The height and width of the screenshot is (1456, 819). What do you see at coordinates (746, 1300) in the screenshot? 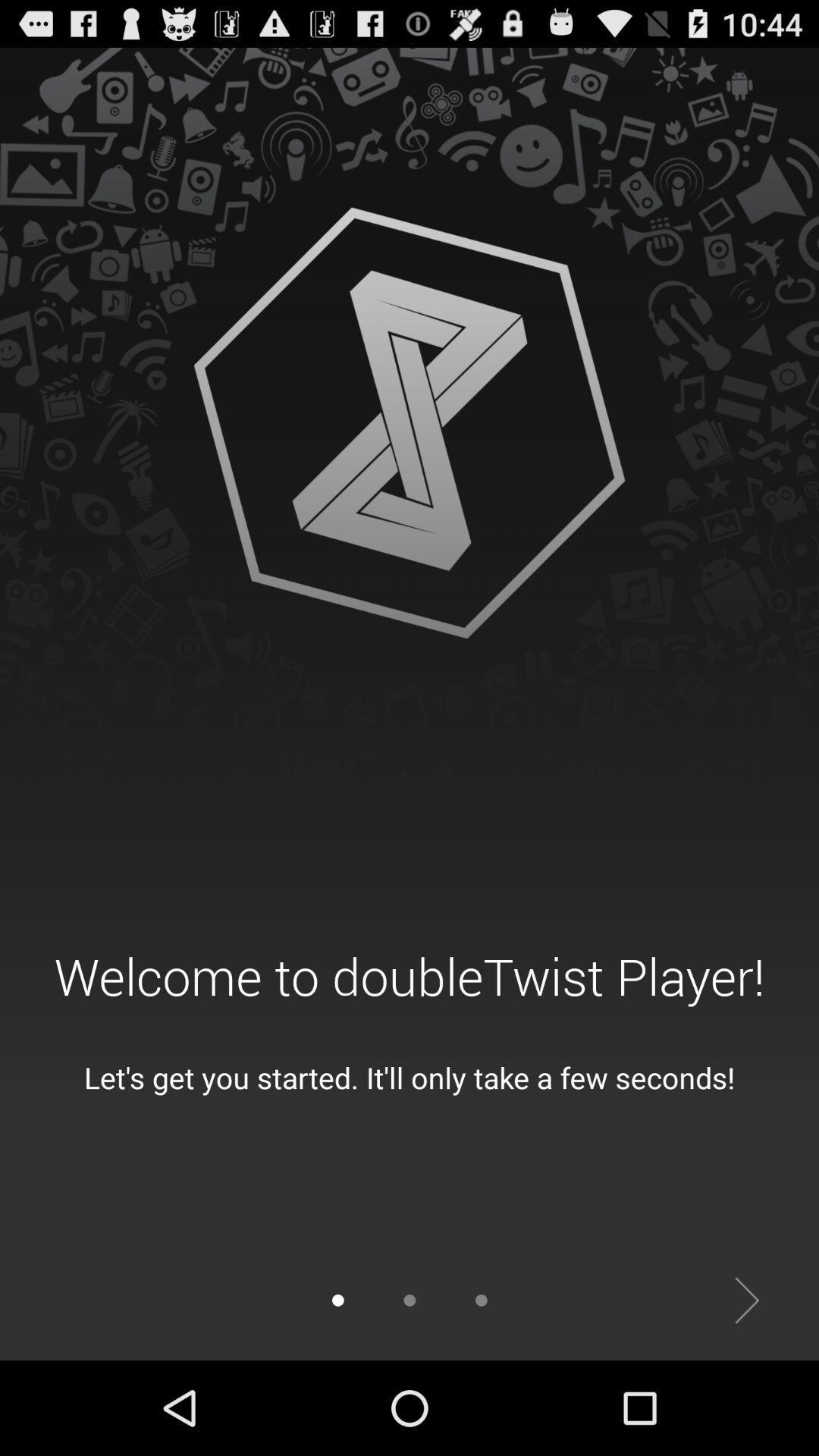
I see `got to next slider` at bounding box center [746, 1300].